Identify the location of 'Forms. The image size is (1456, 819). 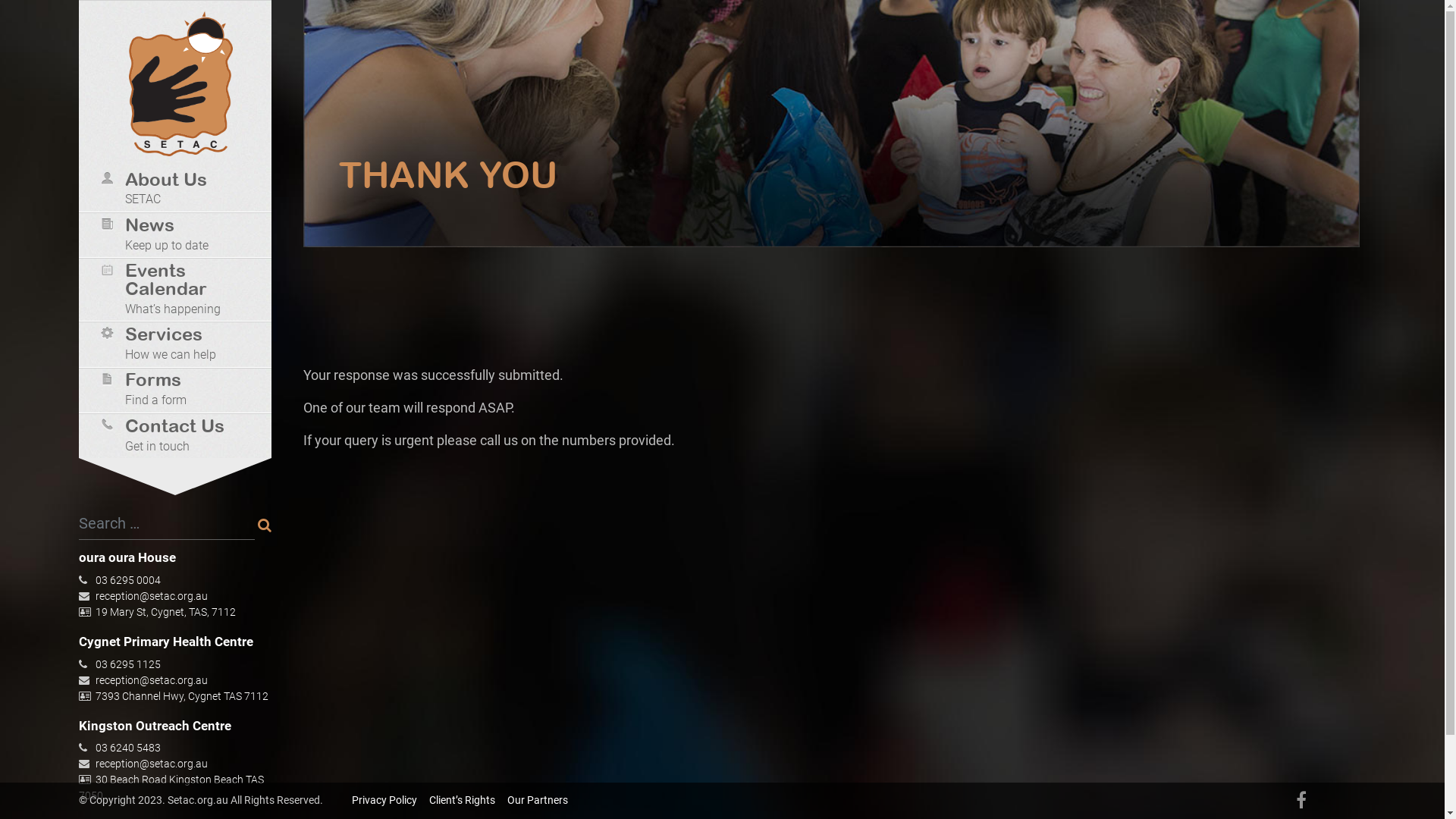
(97, 391).